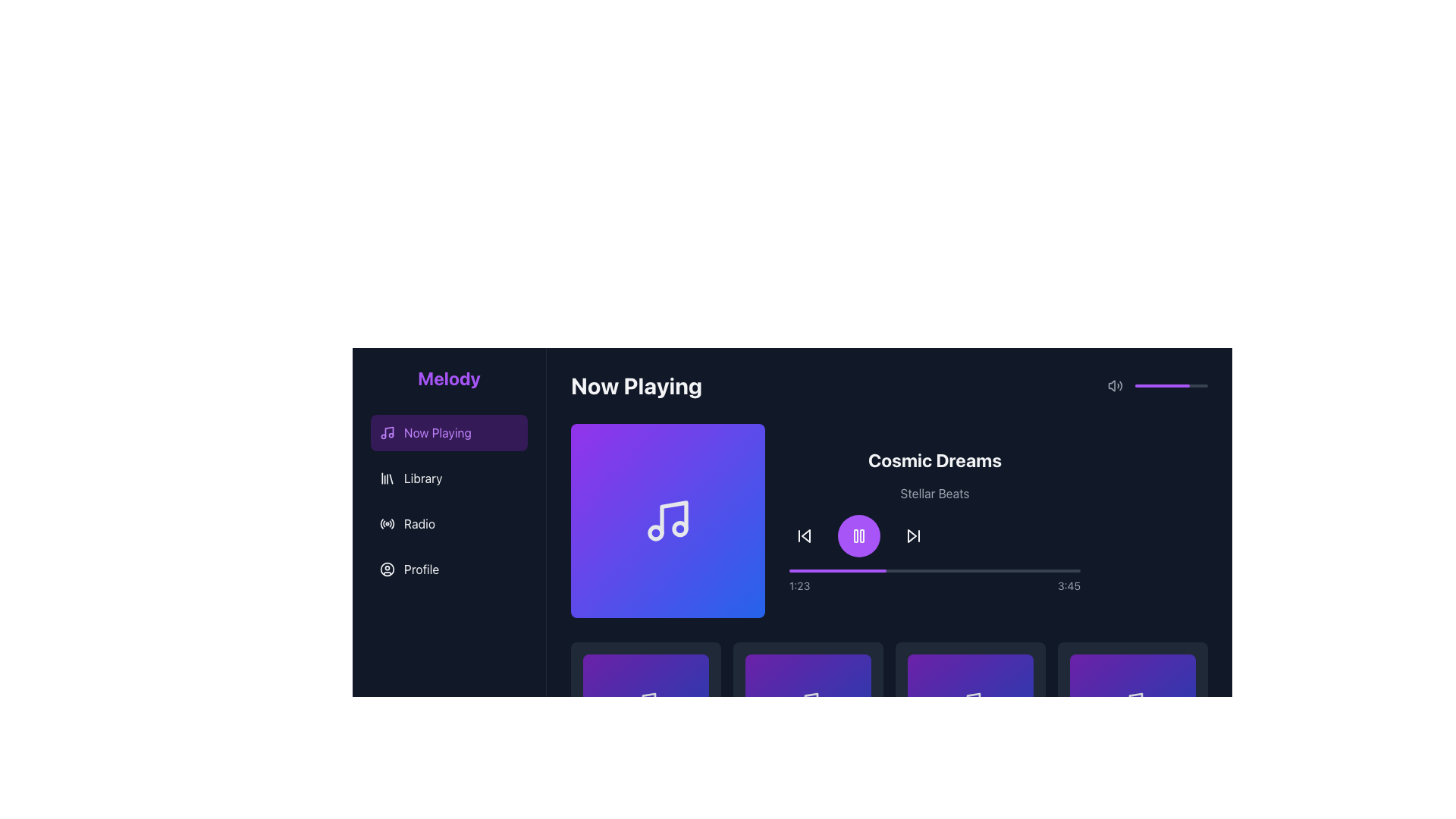 The image size is (1456, 819). Describe the element at coordinates (448, 522) in the screenshot. I see `the 'Radio' text button with icon in the vertically stacked navigation menu` at that location.